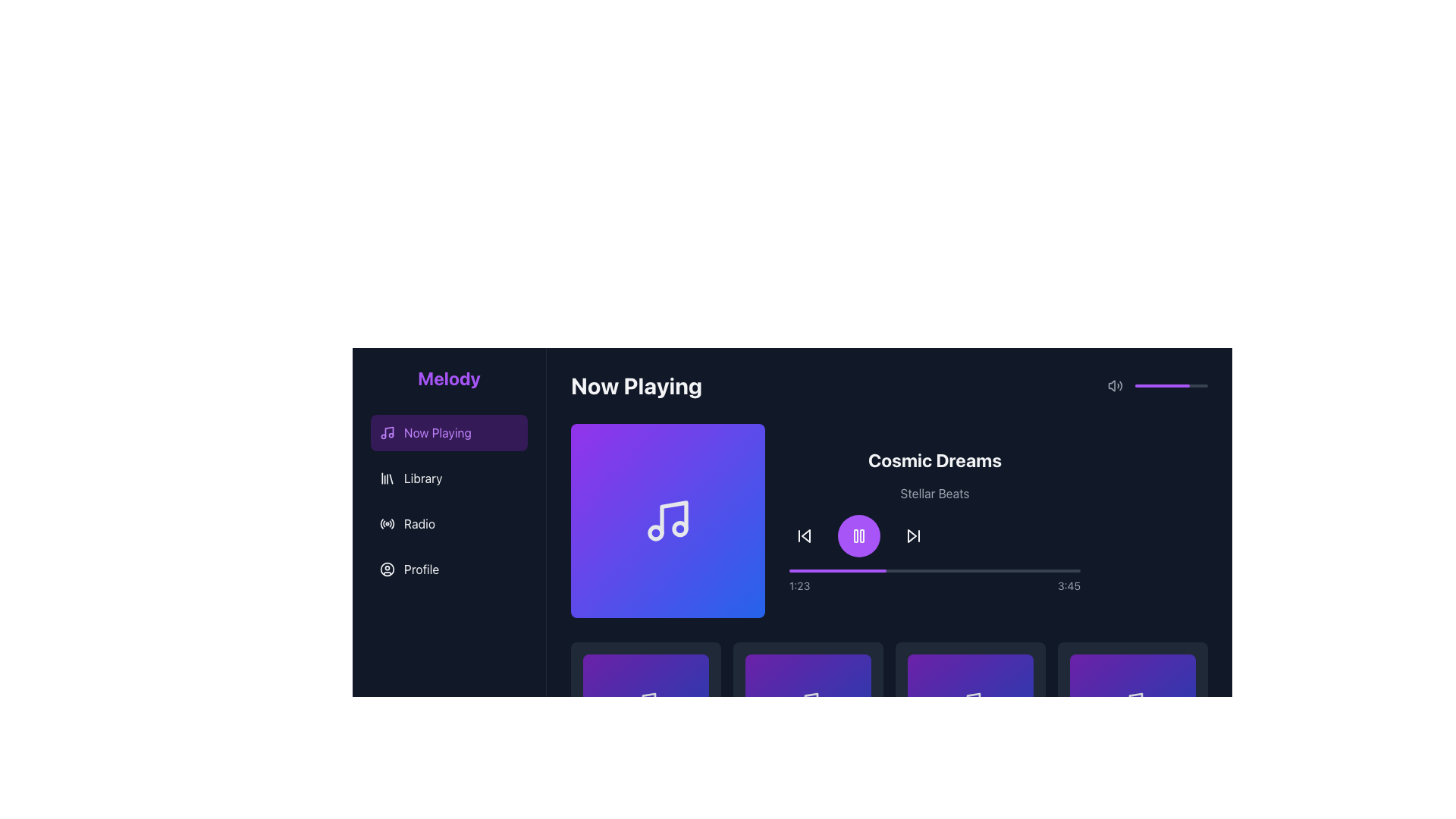 The image size is (1456, 819). Describe the element at coordinates (448, 522) in the screenshot. I see `the 'Radio' text button with icon in the vertically stacked navigation menu` at that location.